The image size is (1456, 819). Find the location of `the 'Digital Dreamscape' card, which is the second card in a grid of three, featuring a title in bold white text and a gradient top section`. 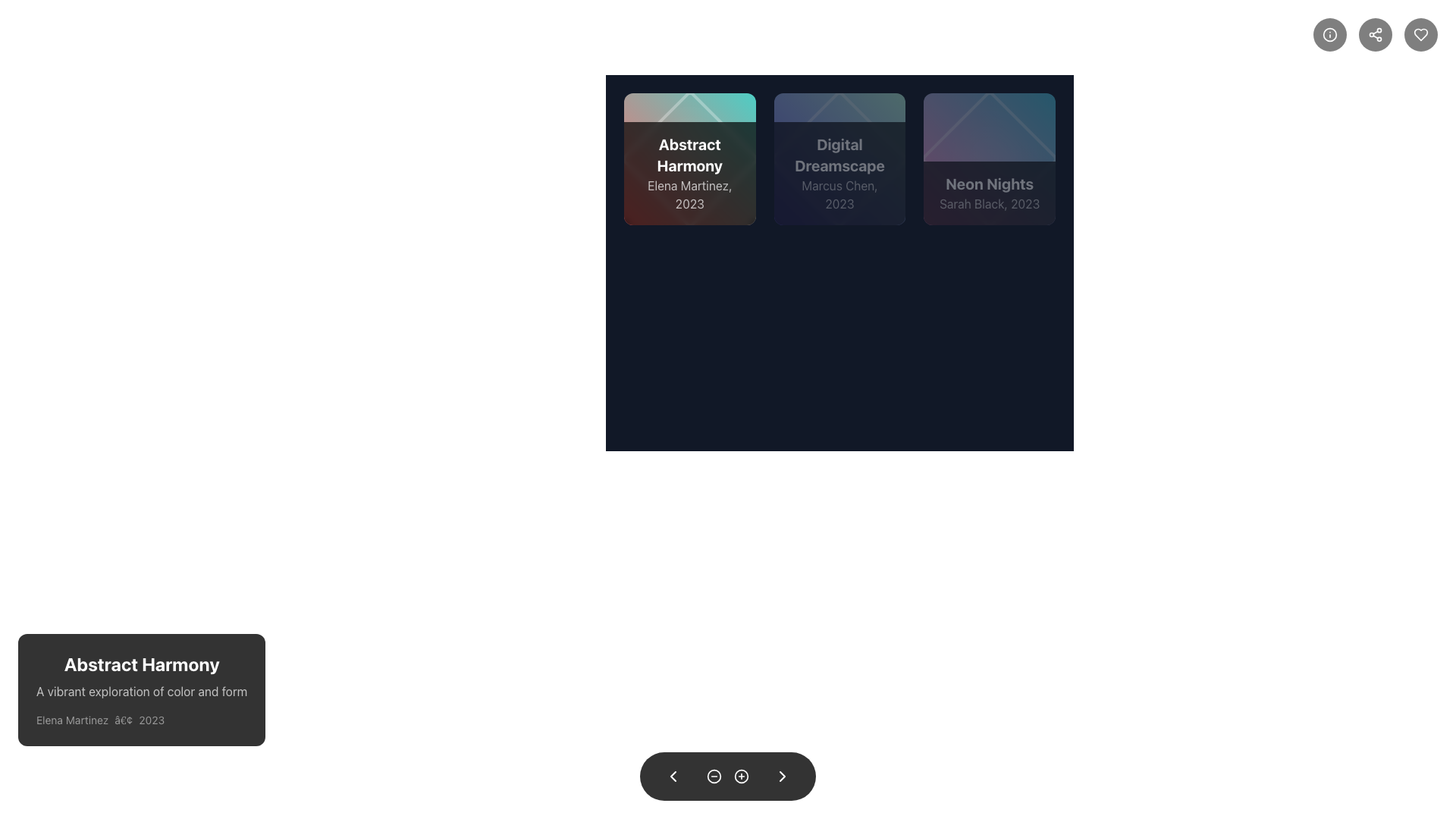

the 'Digital Dreamscape' card, which is the second card in a grid of three, featuring a title in bold white text and a gradient top section is located at coordinates (839, 158).